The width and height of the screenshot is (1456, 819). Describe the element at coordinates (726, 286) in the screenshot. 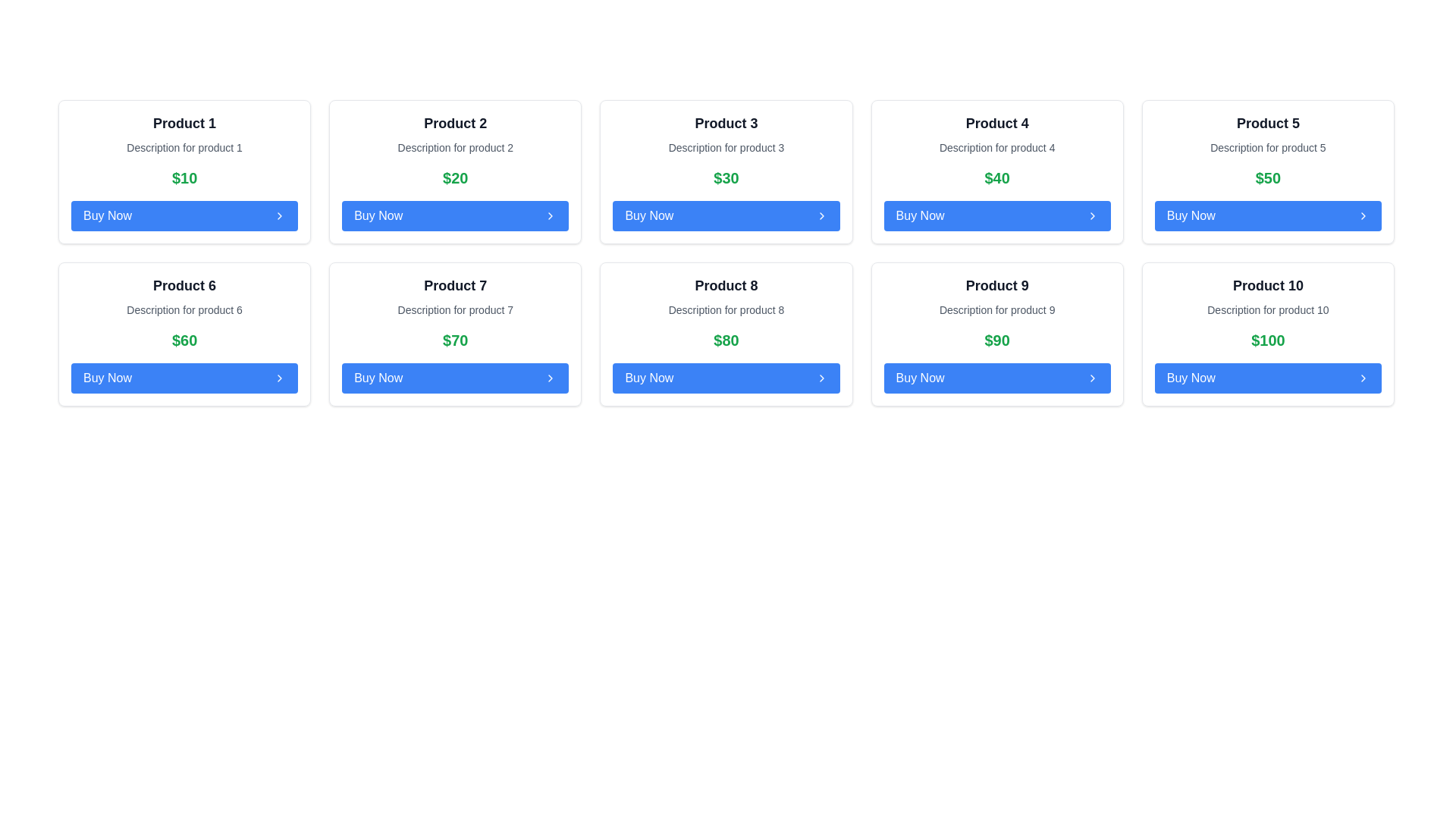

I see `the text label displaying 'Product 8', which is bold, large, and black, located at the top of its card` at that location.